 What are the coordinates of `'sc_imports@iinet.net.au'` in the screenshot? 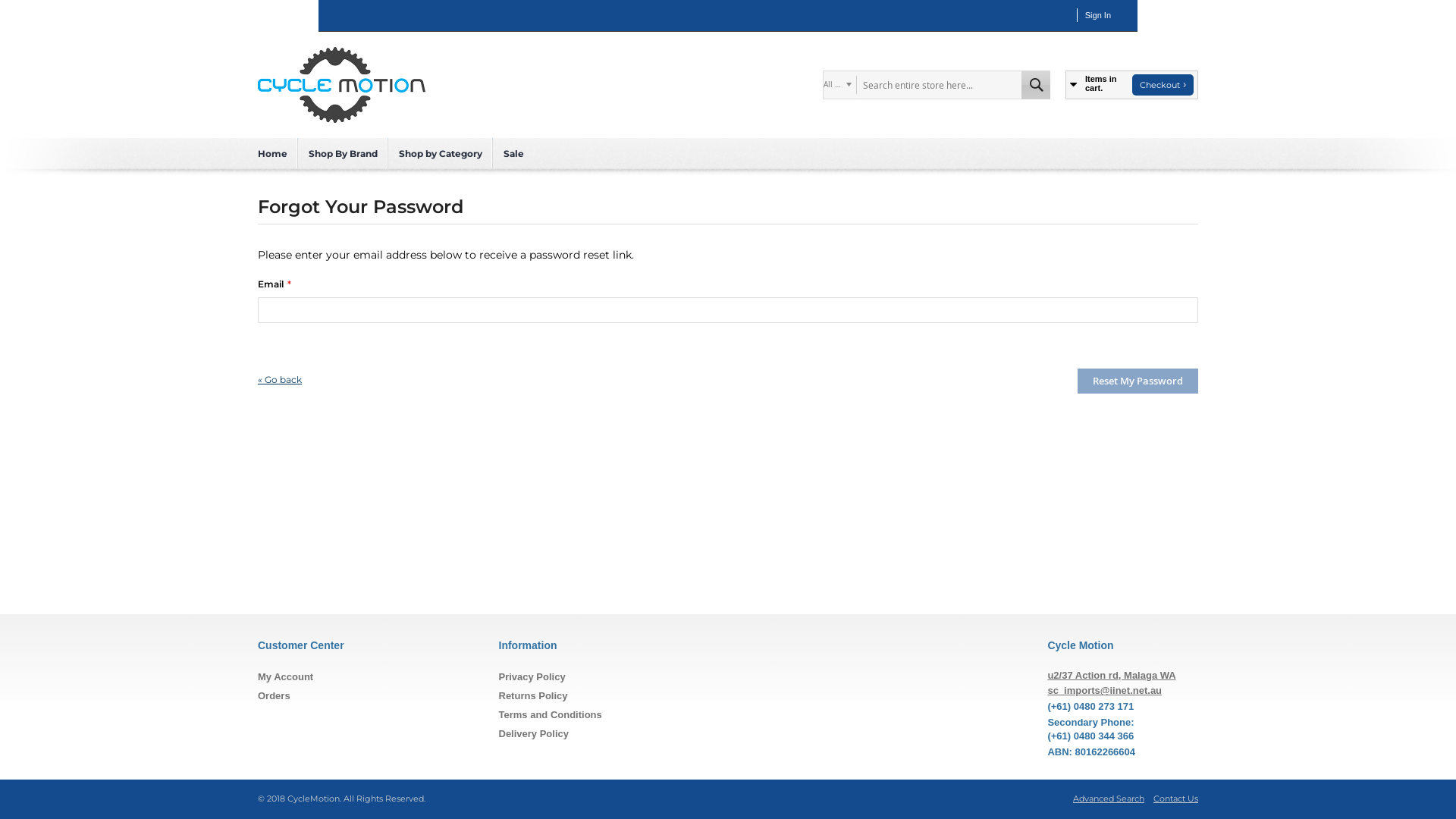 It's located at (1104, 690).